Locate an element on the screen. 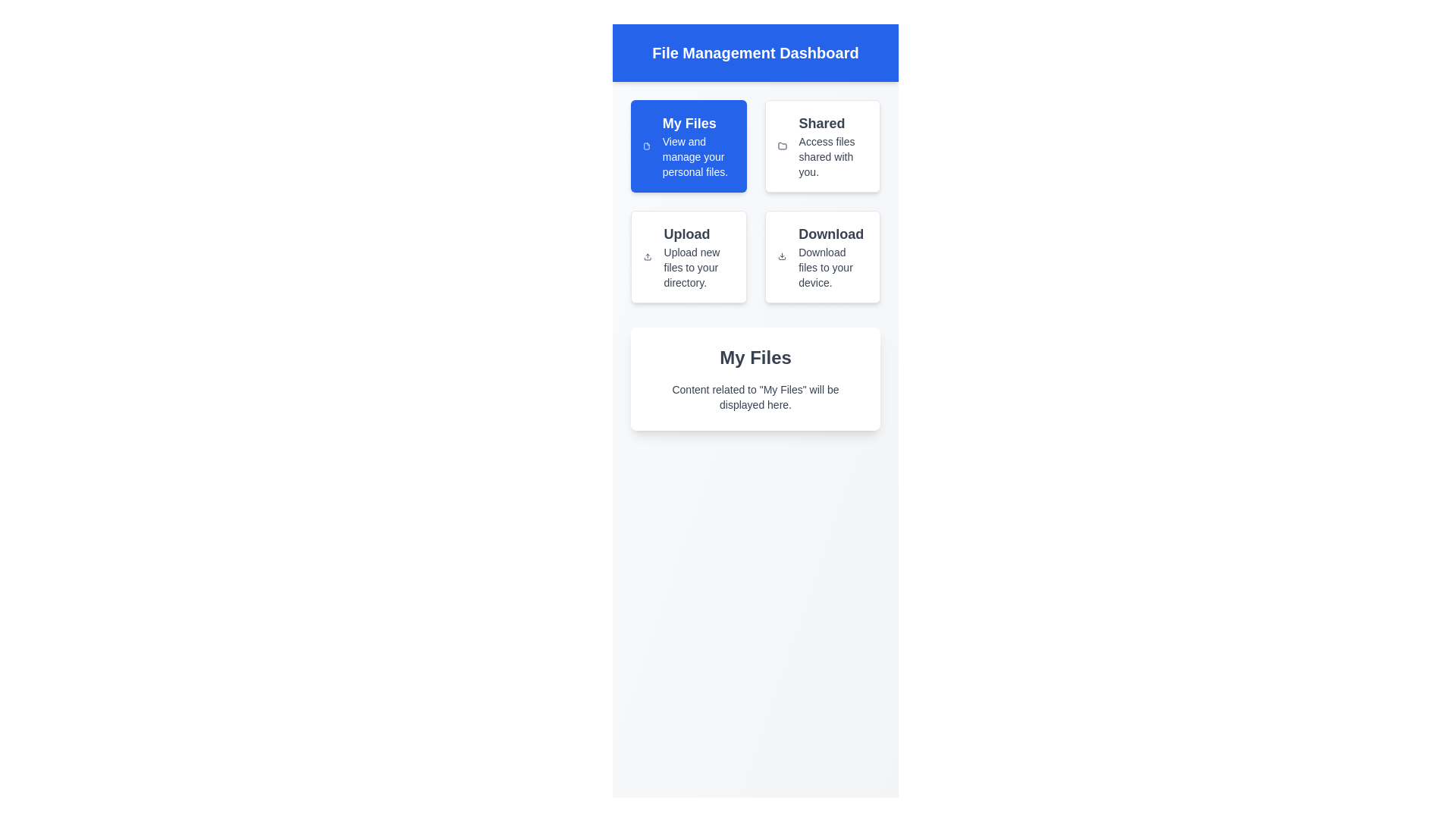  text content of the small text section containing 'Content related to "My Files" will be displayed here.', which is styled with a smaller font size and positioned directly below the 'My Files' heading within a card-like layout is located at coordinates (755, 397).